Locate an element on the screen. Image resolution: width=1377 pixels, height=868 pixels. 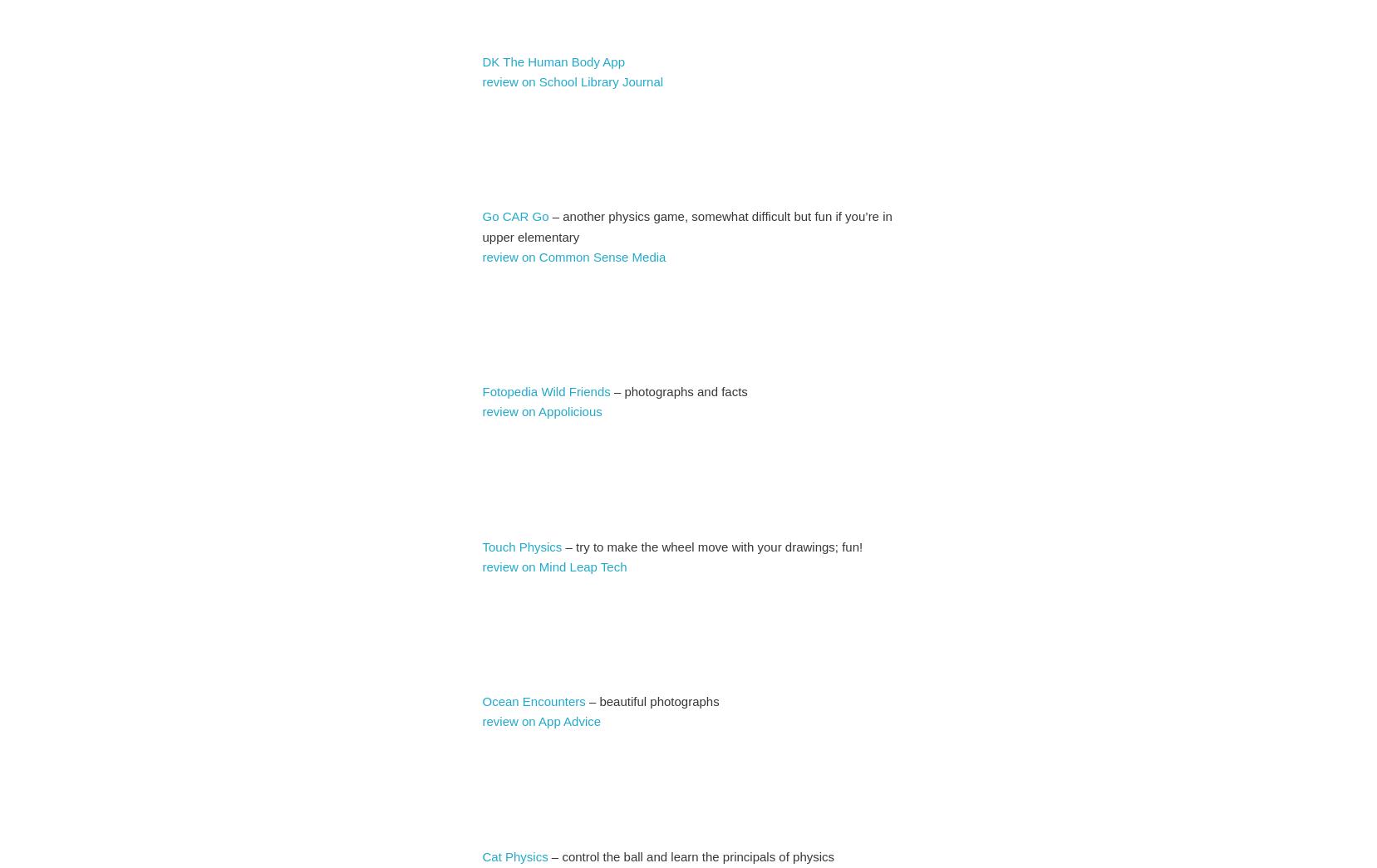
'Go CAR Go' is located at coordinates (515, 215).